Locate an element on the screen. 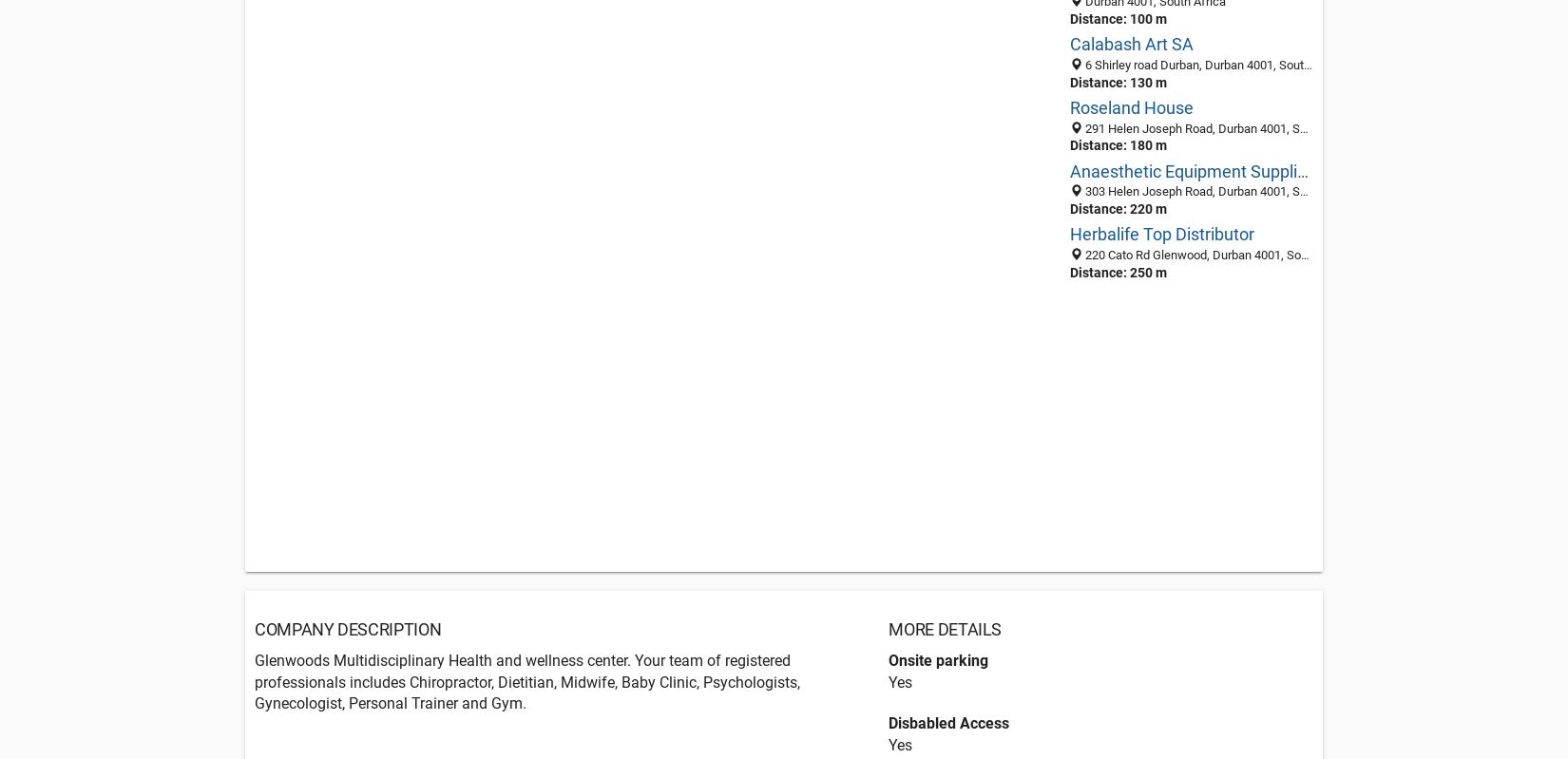  'Onsite parking' is located at coordinates (938, 660).